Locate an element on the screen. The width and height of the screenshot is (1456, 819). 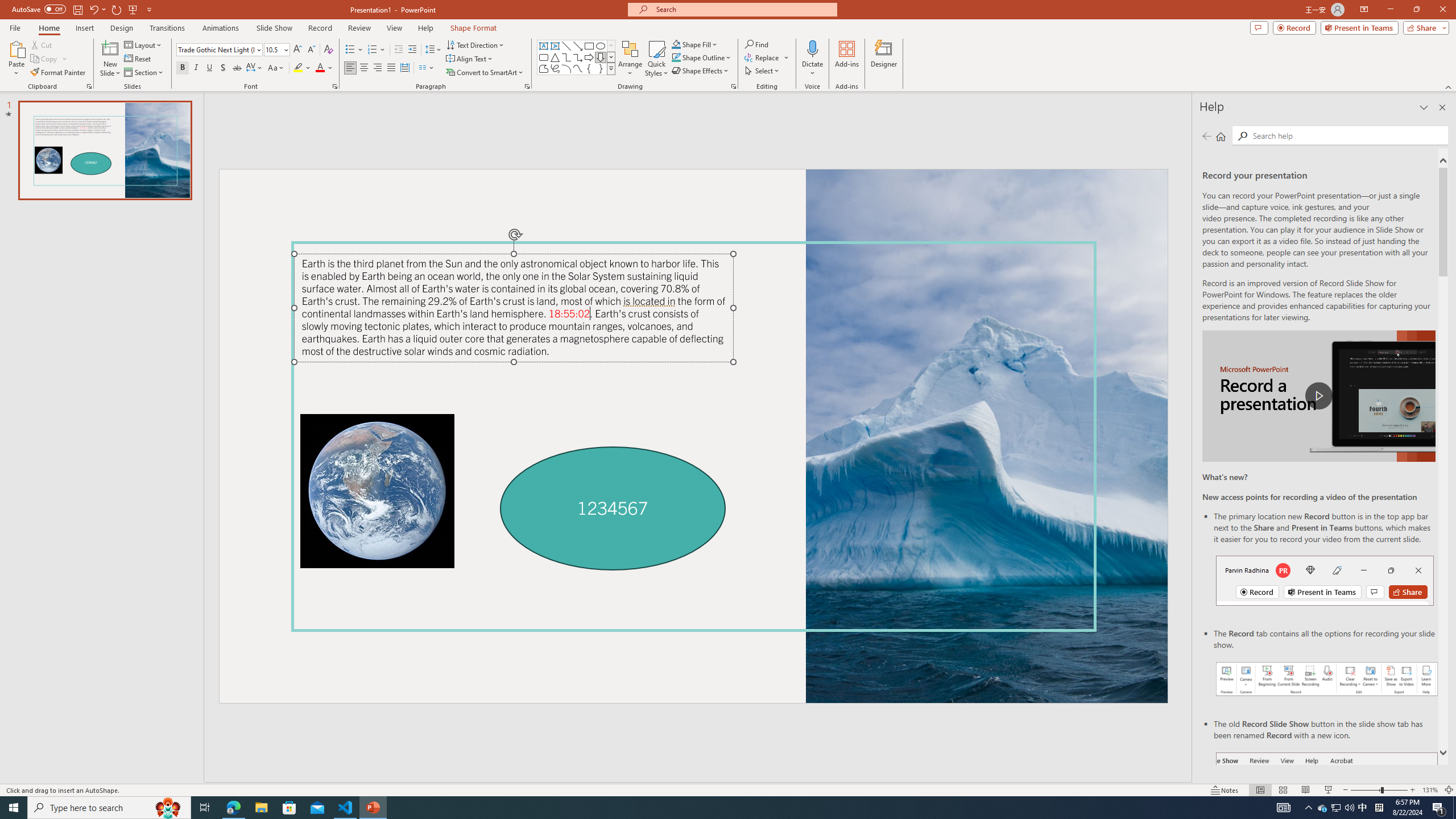
'Align Left' is located at coordinates (350, 67).